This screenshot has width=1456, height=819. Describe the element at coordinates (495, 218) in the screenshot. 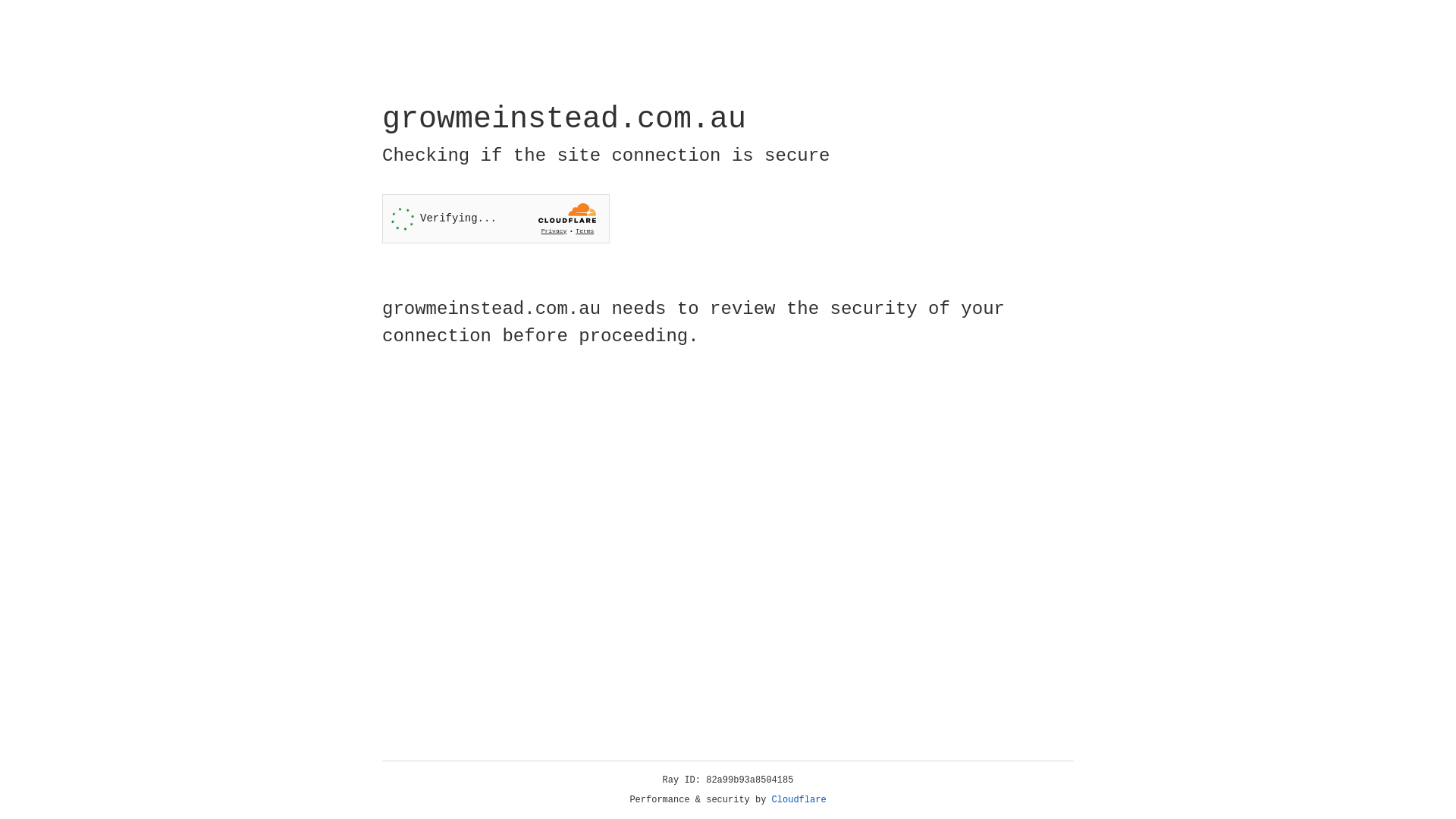

I see `'Widget containing a Cloudflare security challenge'` at that location.